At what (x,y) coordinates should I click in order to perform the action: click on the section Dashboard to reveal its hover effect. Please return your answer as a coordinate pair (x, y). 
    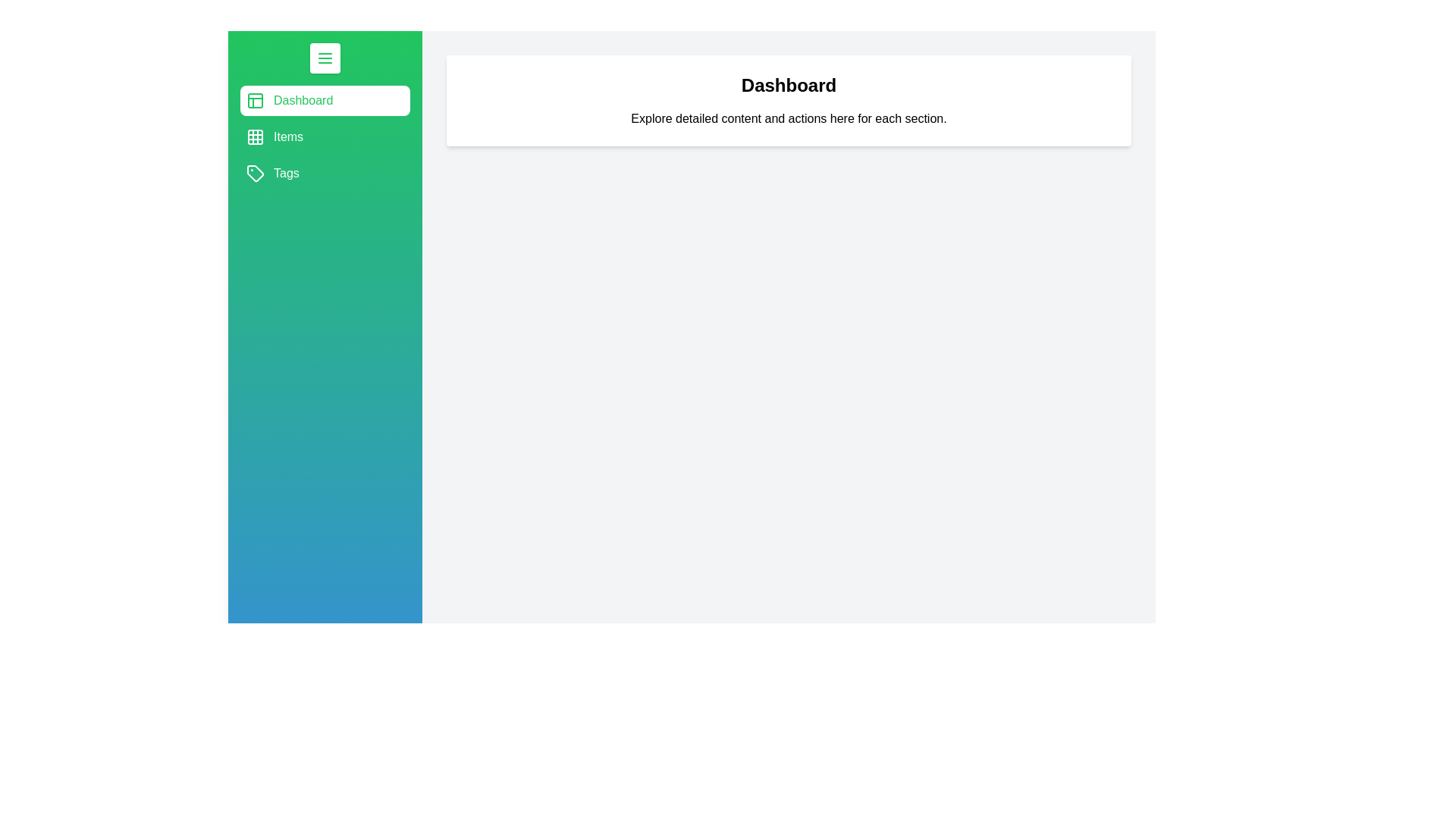
    Looking at the image, I should click on (324, 100).